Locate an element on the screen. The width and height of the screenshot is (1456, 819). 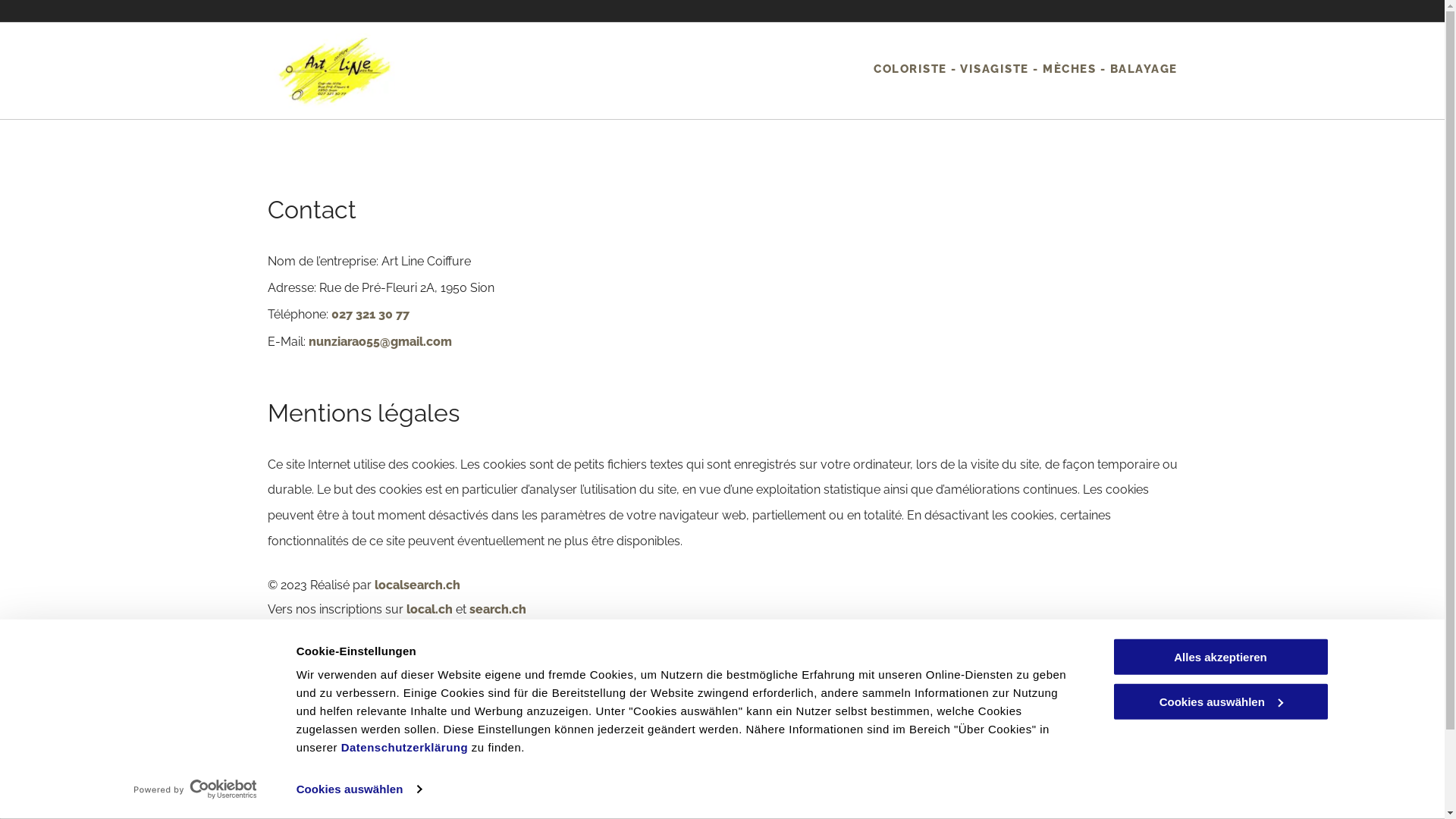
'nunziarao55@gmail.com' is located at coordinates (379, 341).